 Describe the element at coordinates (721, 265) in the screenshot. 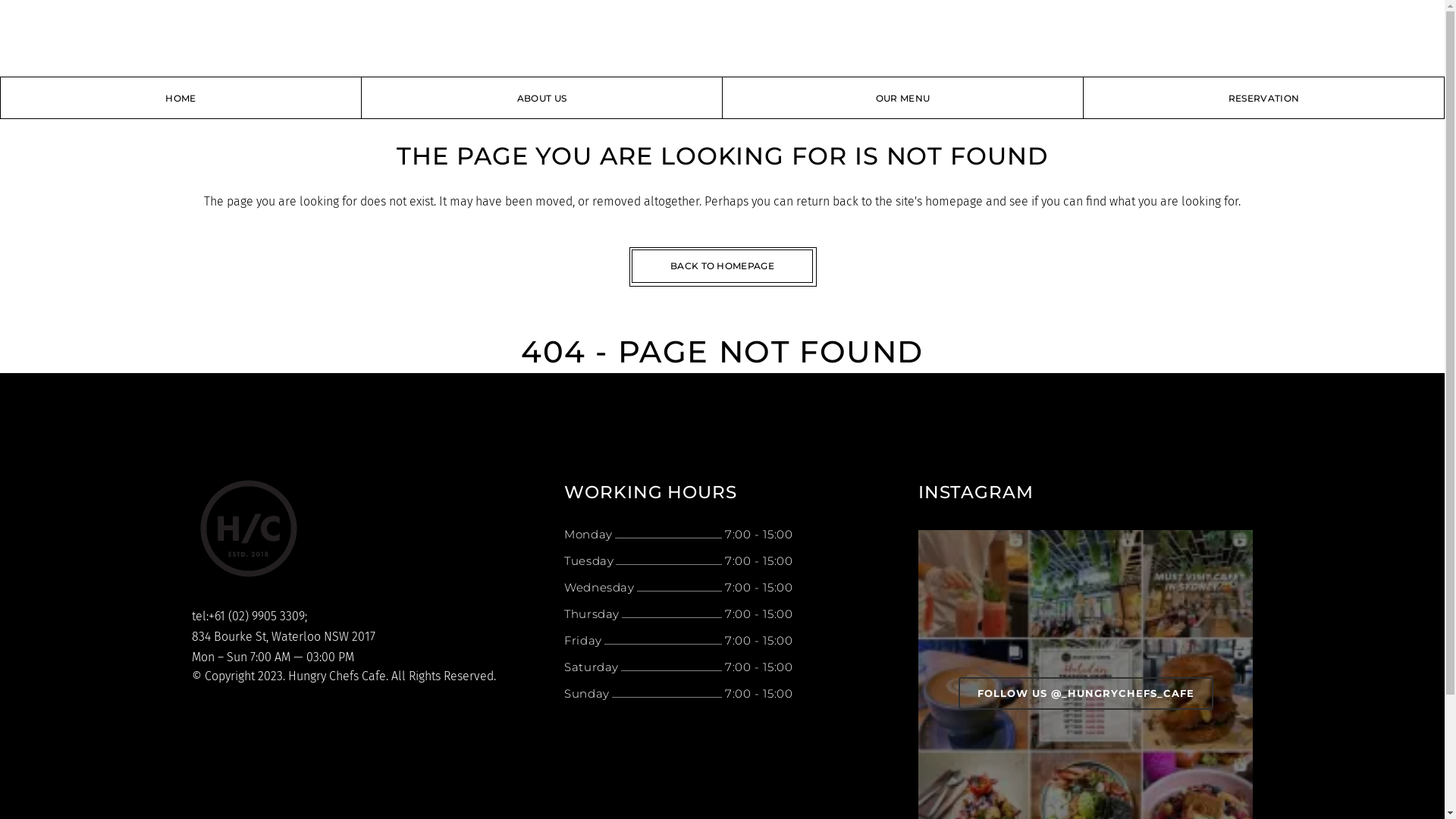

I see `'BACK TO HOMEPAGE'` at that location.